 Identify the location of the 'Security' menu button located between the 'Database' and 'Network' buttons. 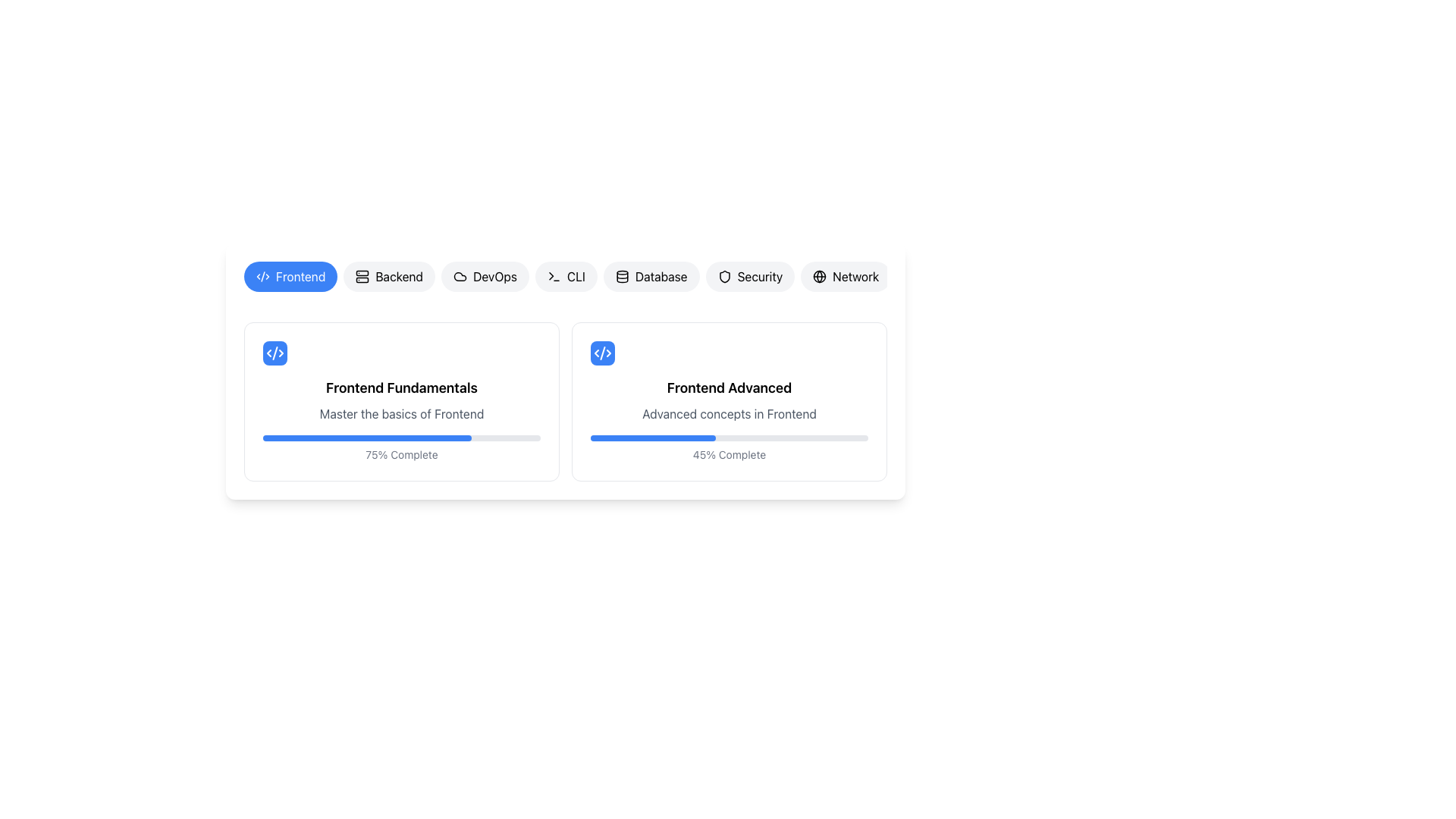
(750, 277).